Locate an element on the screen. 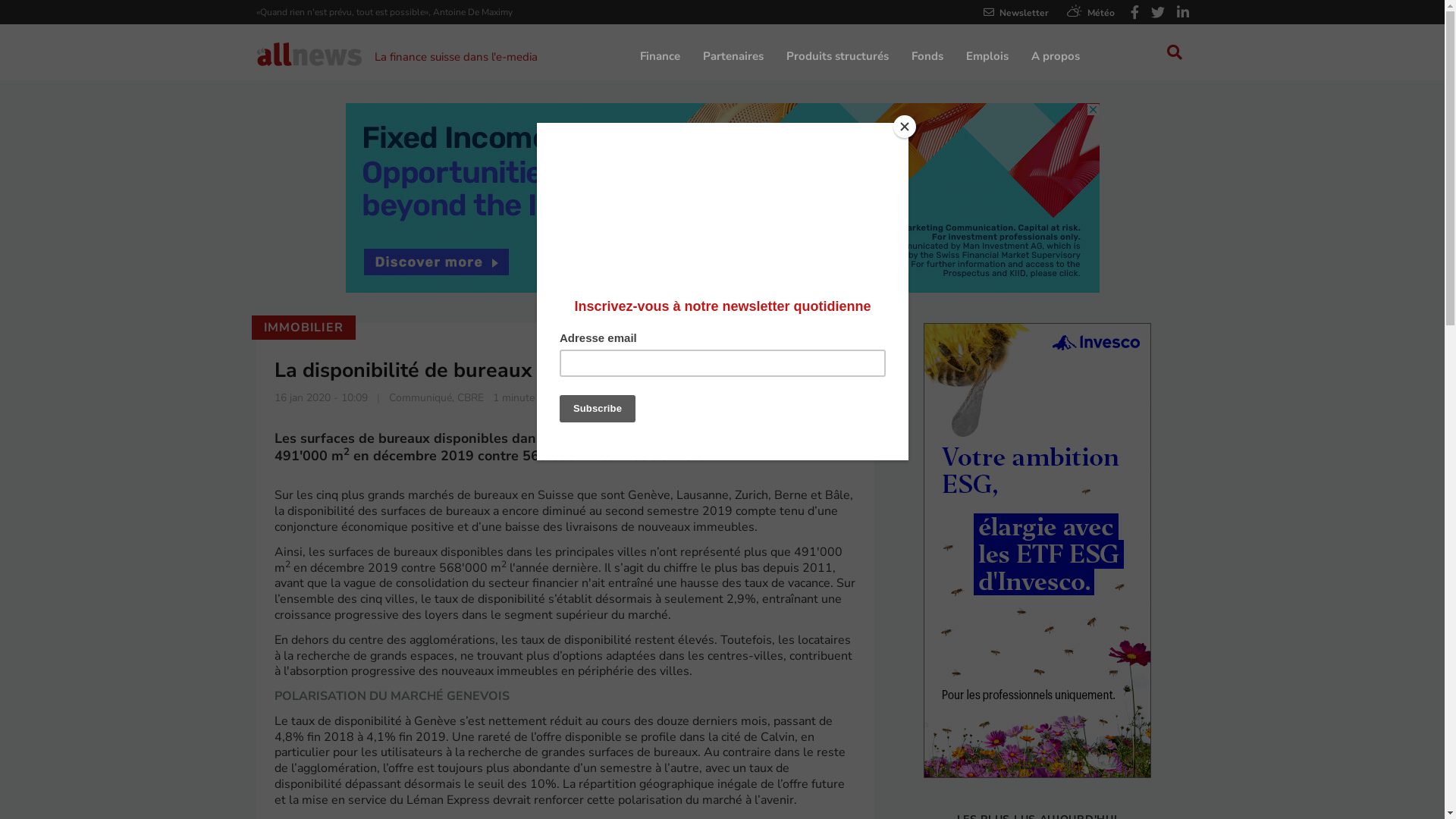  'Linkedin' is located at coordinates (1175, 13).